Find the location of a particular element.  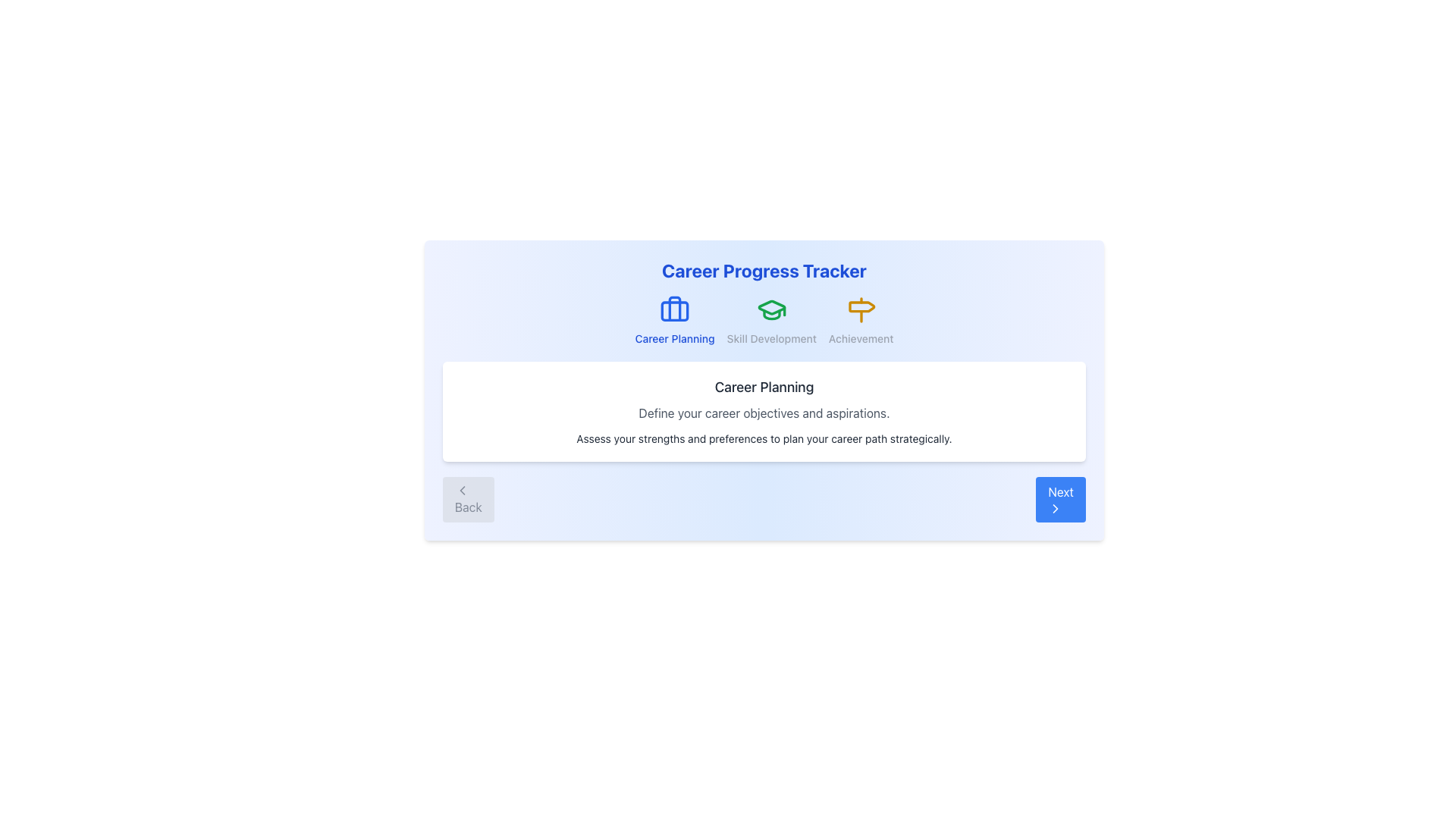

the 'Achievement' button, which is a yellow signpost icon with the text label below it, located as the third item in a horizontal list of buttons is located at coordinates (861, 320).